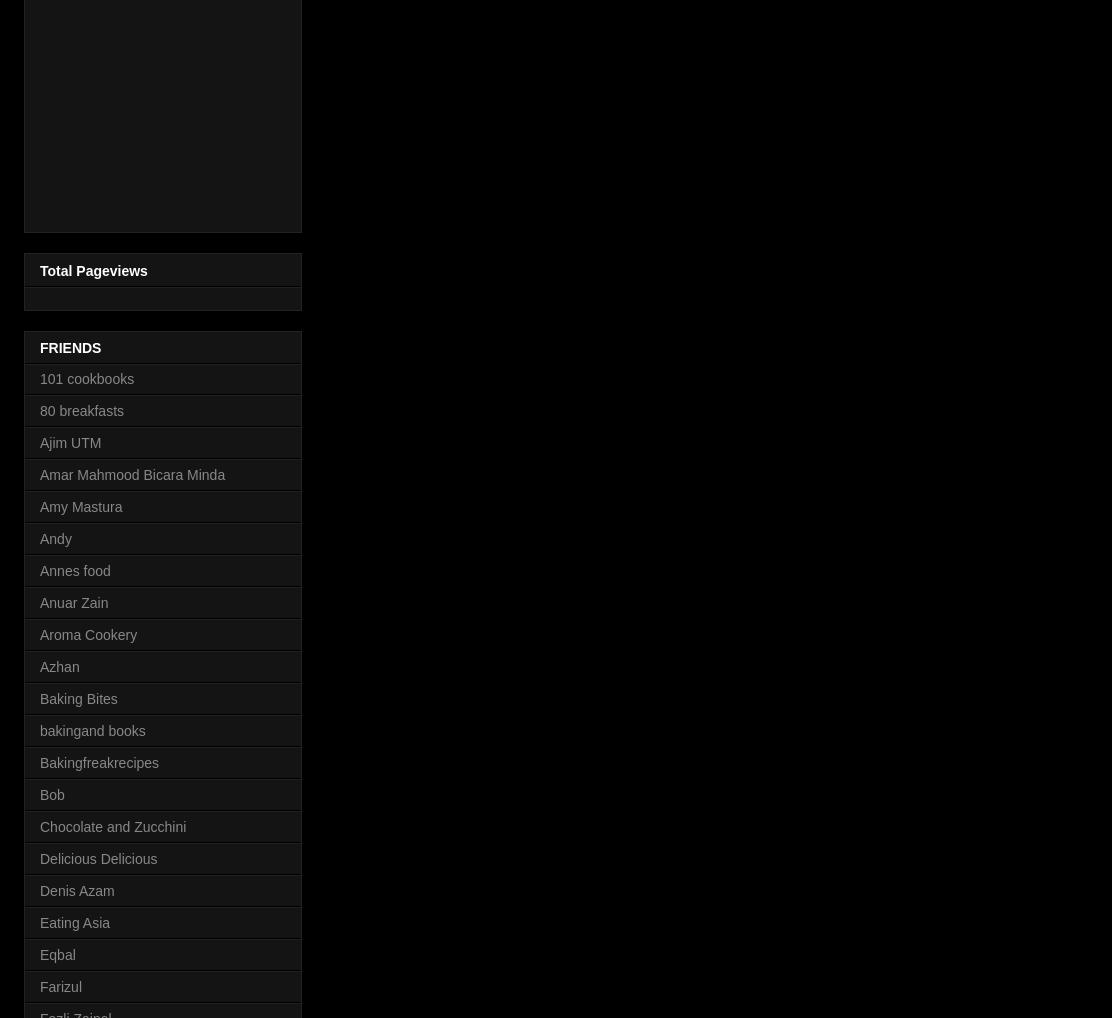 Image resolution: width=1112 pixels, height=1018 pixels. I want to click on 'Bakingfreakrecipes', so click(98, 760).